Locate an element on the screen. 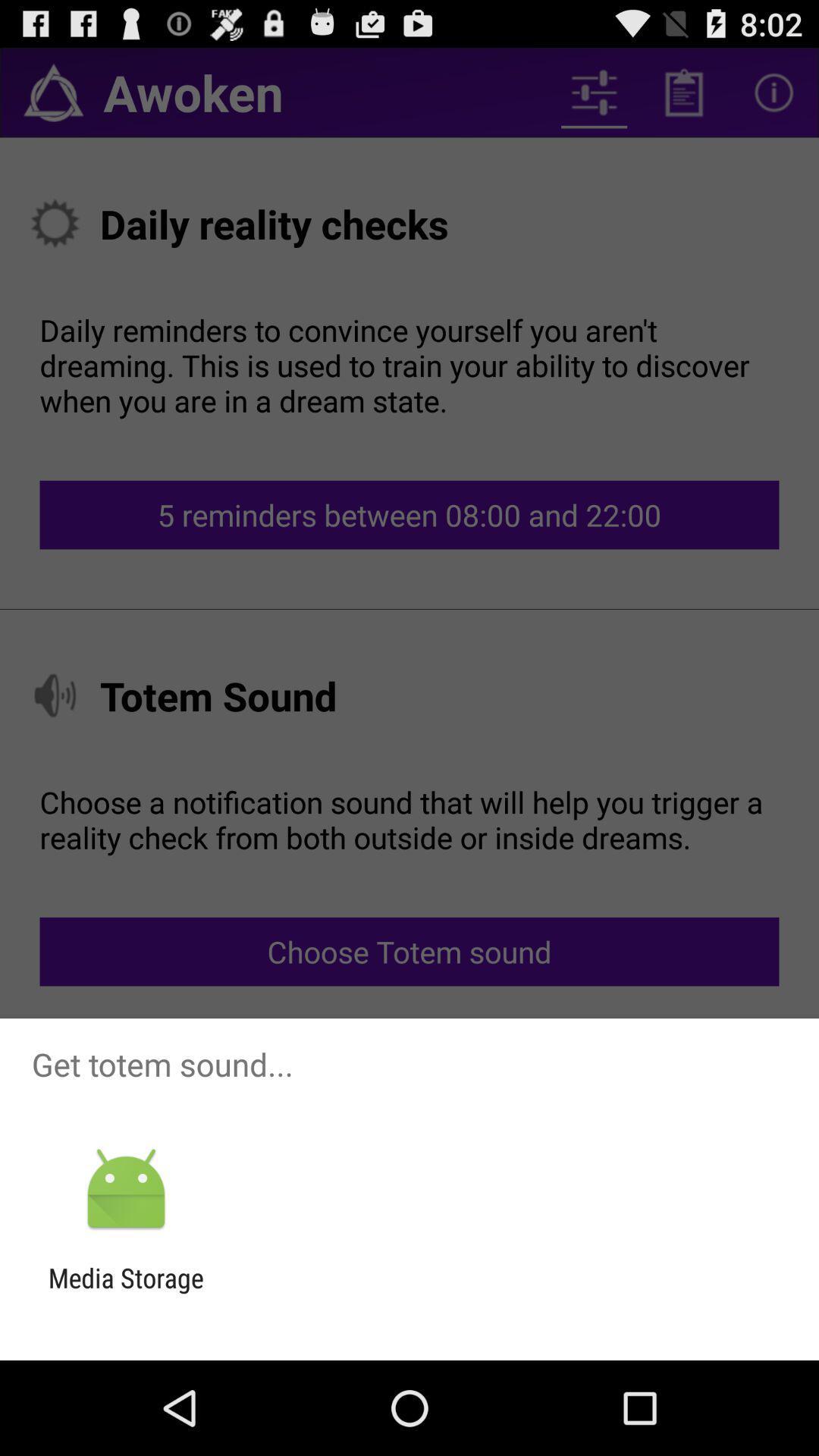 The height and width of the screenshot is (1456, 819). the description icon is located at coordinates (684, 98).